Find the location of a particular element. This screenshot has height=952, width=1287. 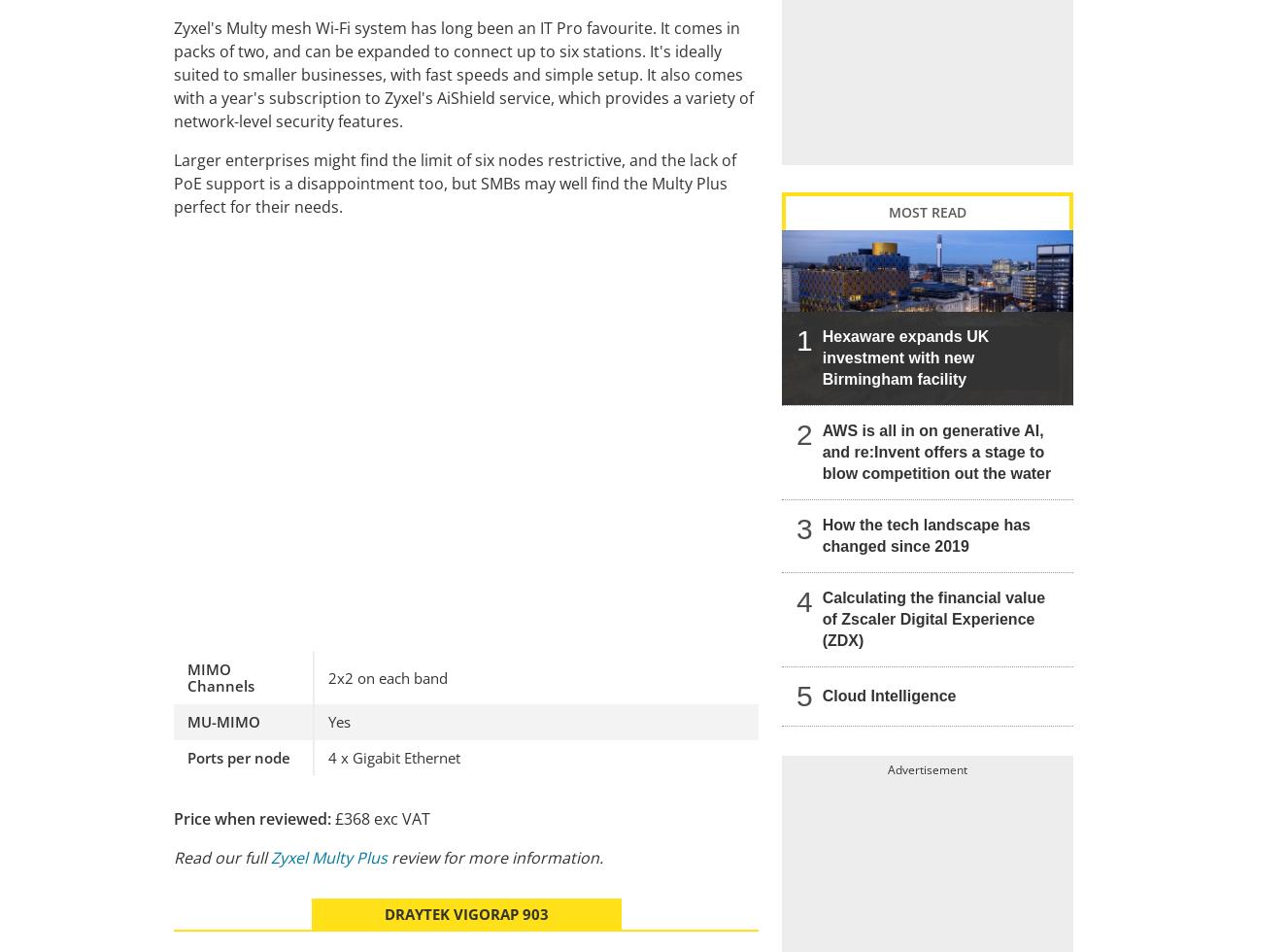

'Advertisement' is located at coordinates (927, 768).